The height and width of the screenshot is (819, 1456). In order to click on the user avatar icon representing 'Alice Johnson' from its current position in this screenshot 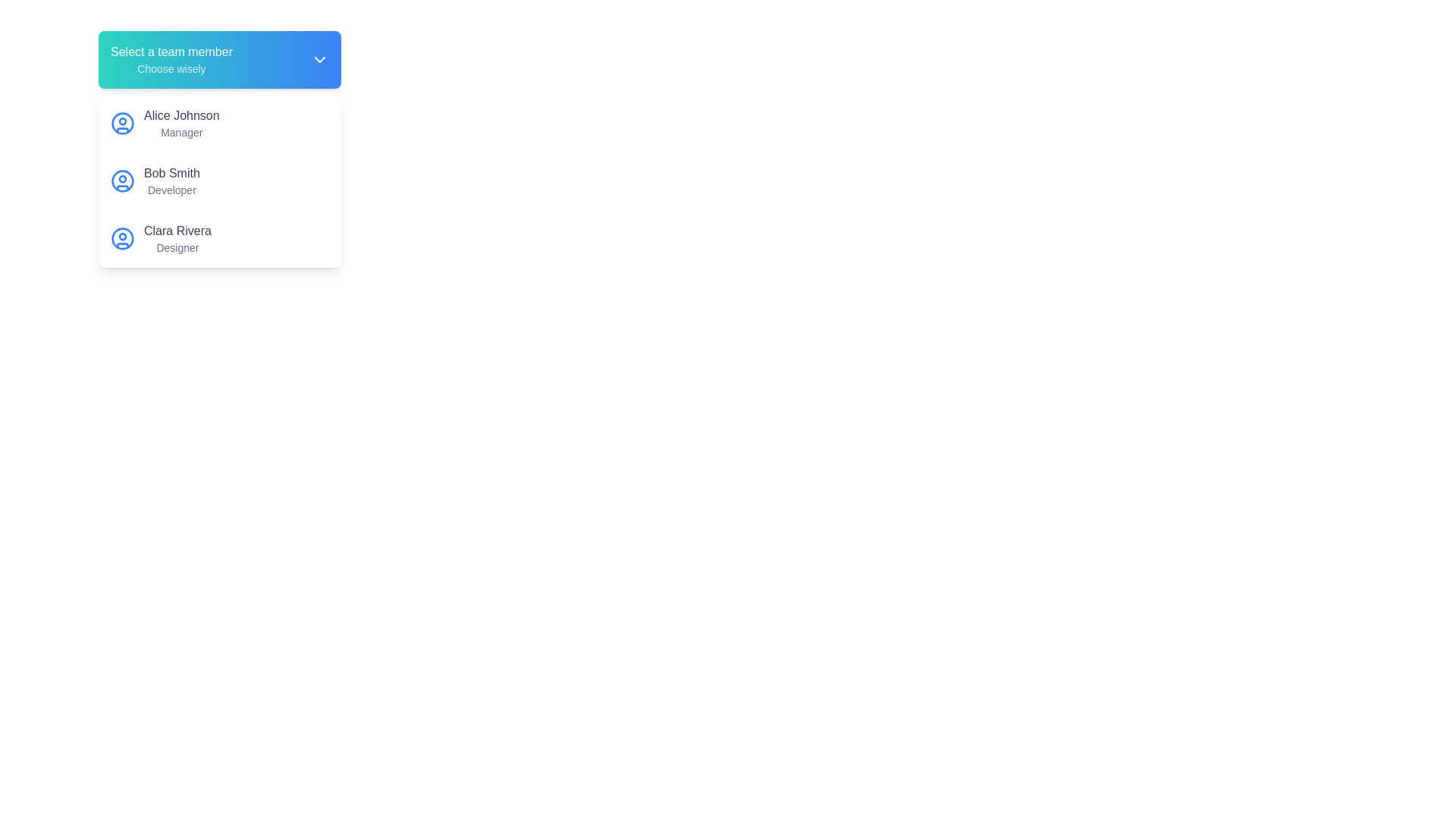, I will do `click(123, 122)`.